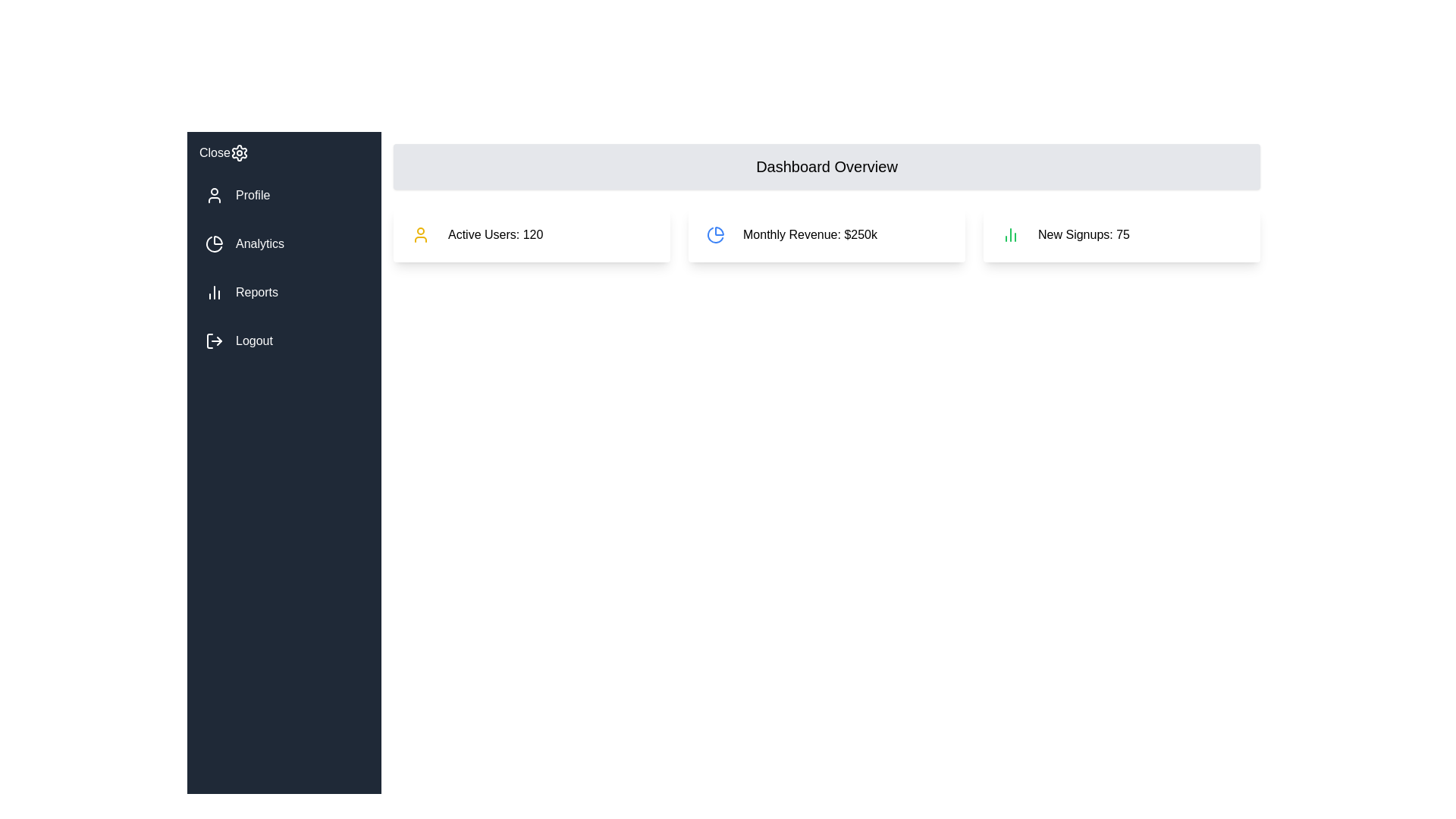 The image size is (1456, 819). I want to click on the graphical vector component of the logout icon located in the sidebar, which is the leftmost part of the logout button group, so click(209, 341).